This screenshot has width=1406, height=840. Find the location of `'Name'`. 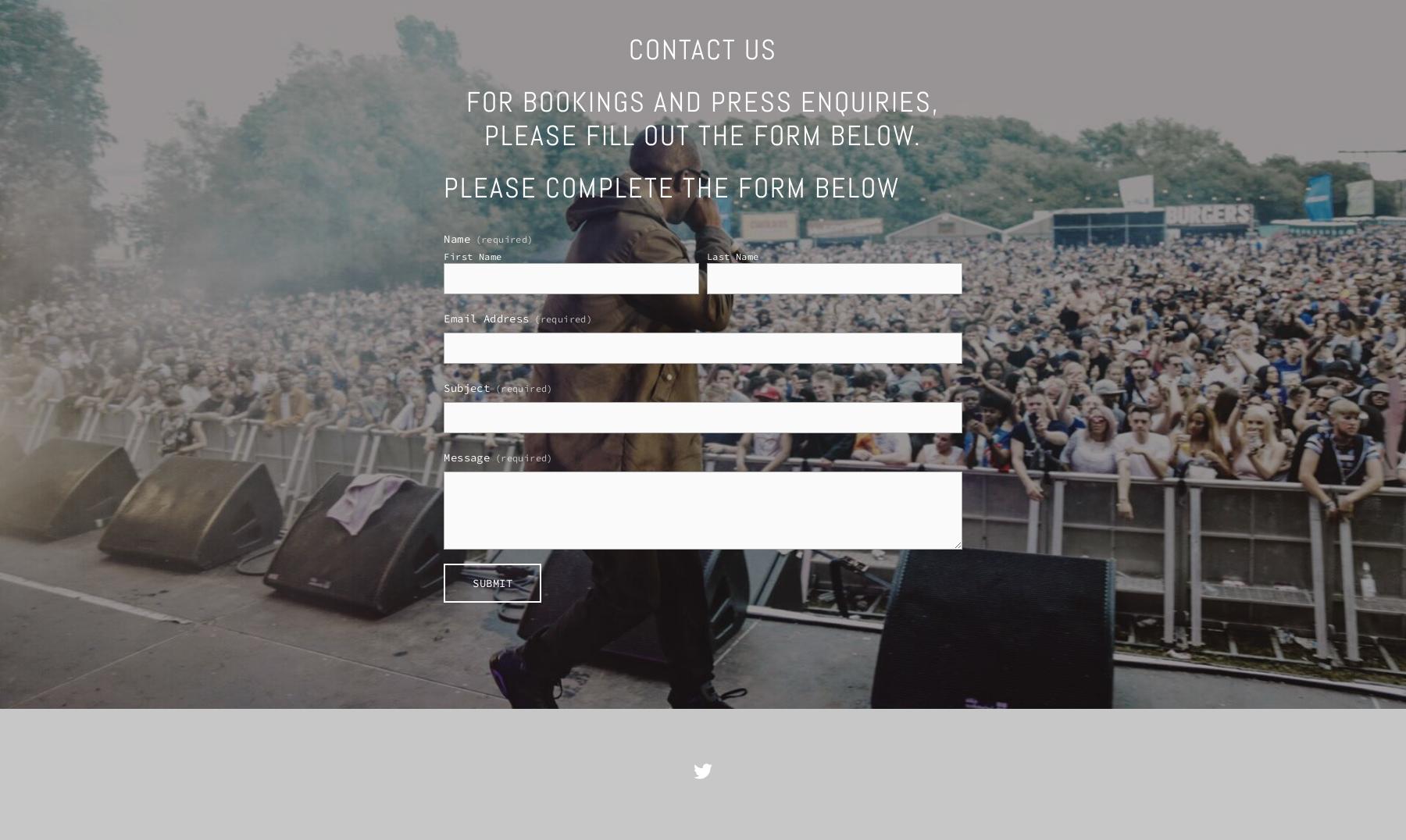

'Name' is located at coordinates (456, 238).